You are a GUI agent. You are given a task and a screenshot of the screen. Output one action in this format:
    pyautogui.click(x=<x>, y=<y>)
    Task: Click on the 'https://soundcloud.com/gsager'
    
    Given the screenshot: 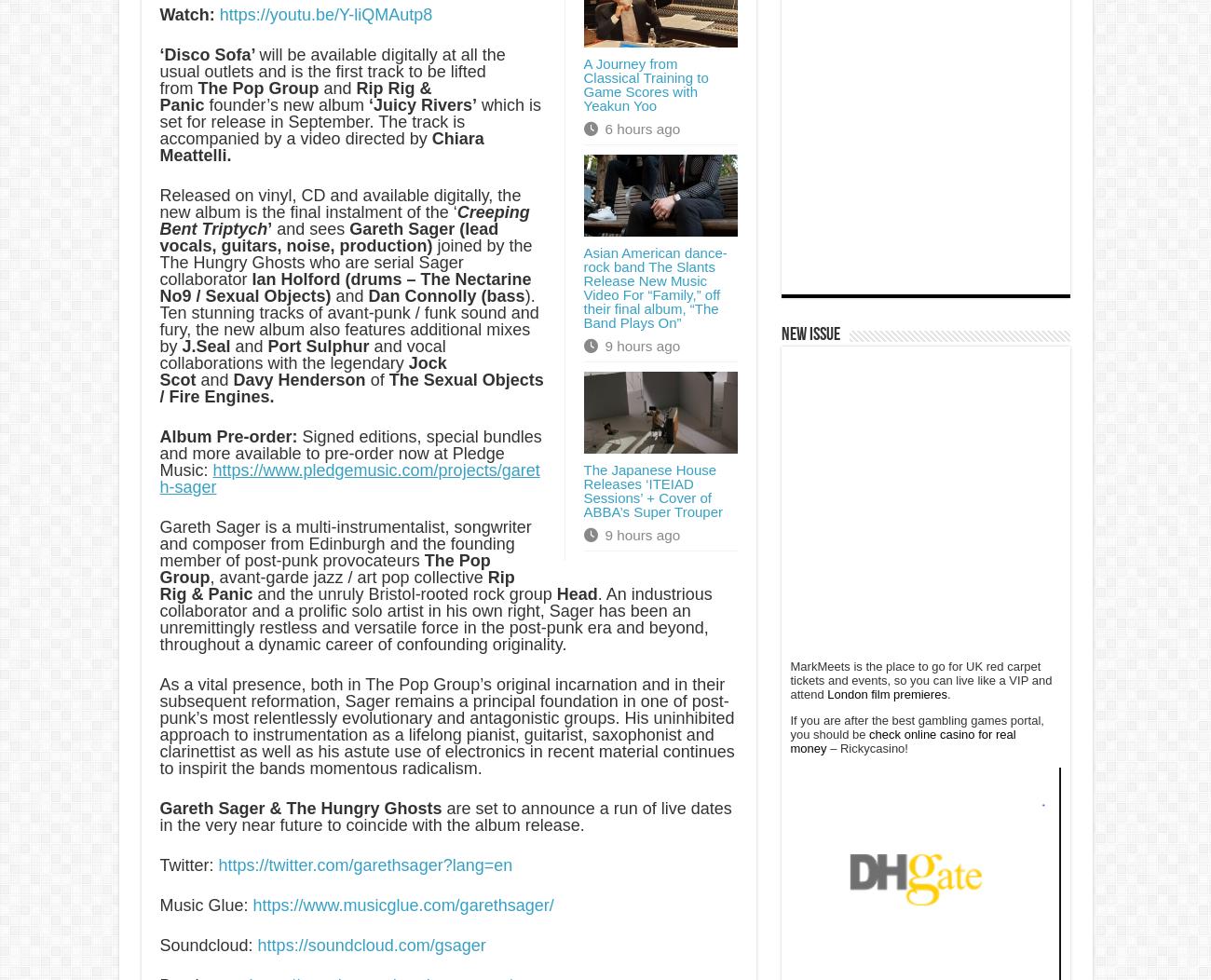 What is the action you would take?
    pyautogui.click(x=371, y=944)
    